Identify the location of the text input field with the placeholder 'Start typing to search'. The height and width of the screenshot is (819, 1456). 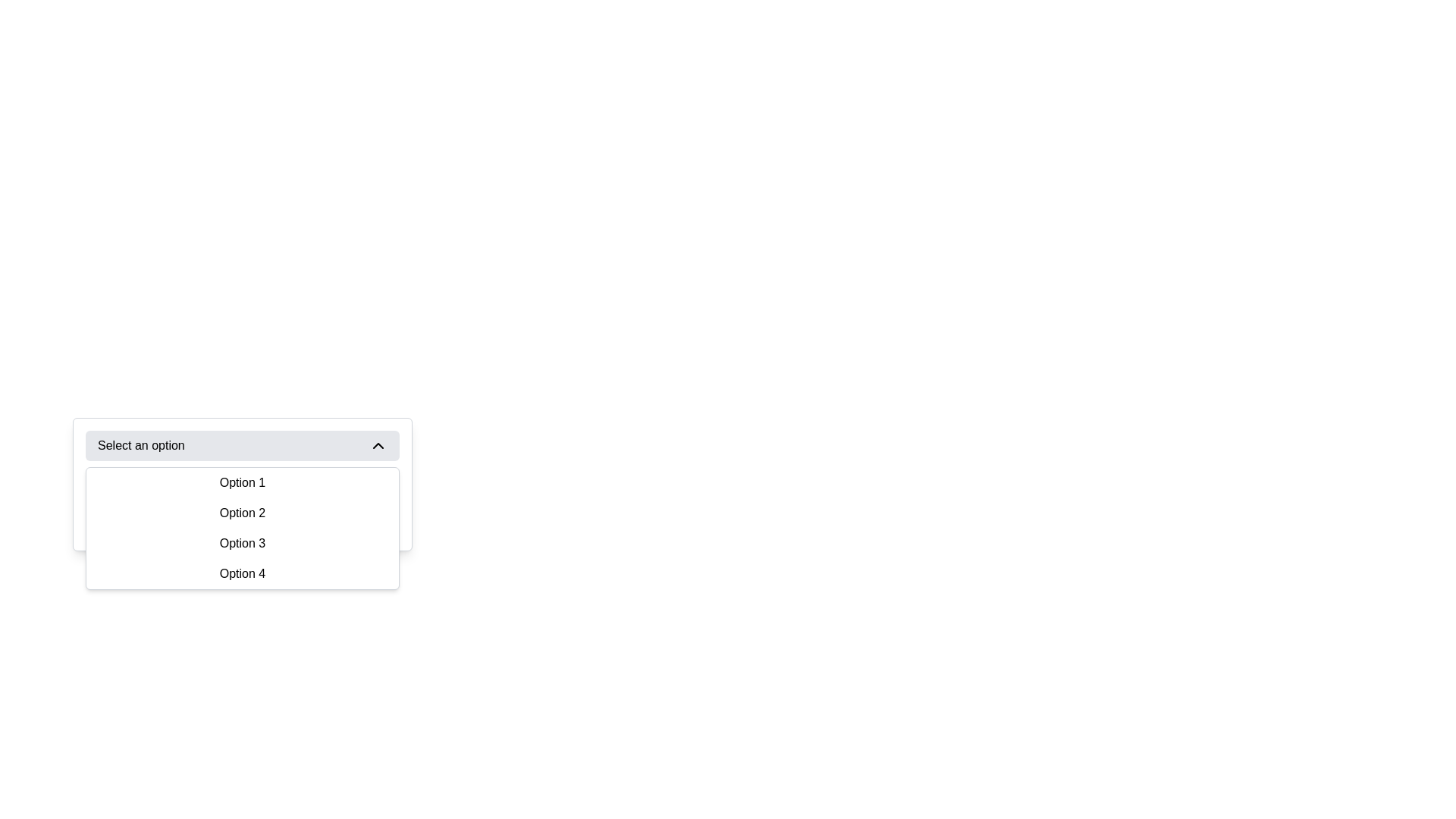
(253, 522).